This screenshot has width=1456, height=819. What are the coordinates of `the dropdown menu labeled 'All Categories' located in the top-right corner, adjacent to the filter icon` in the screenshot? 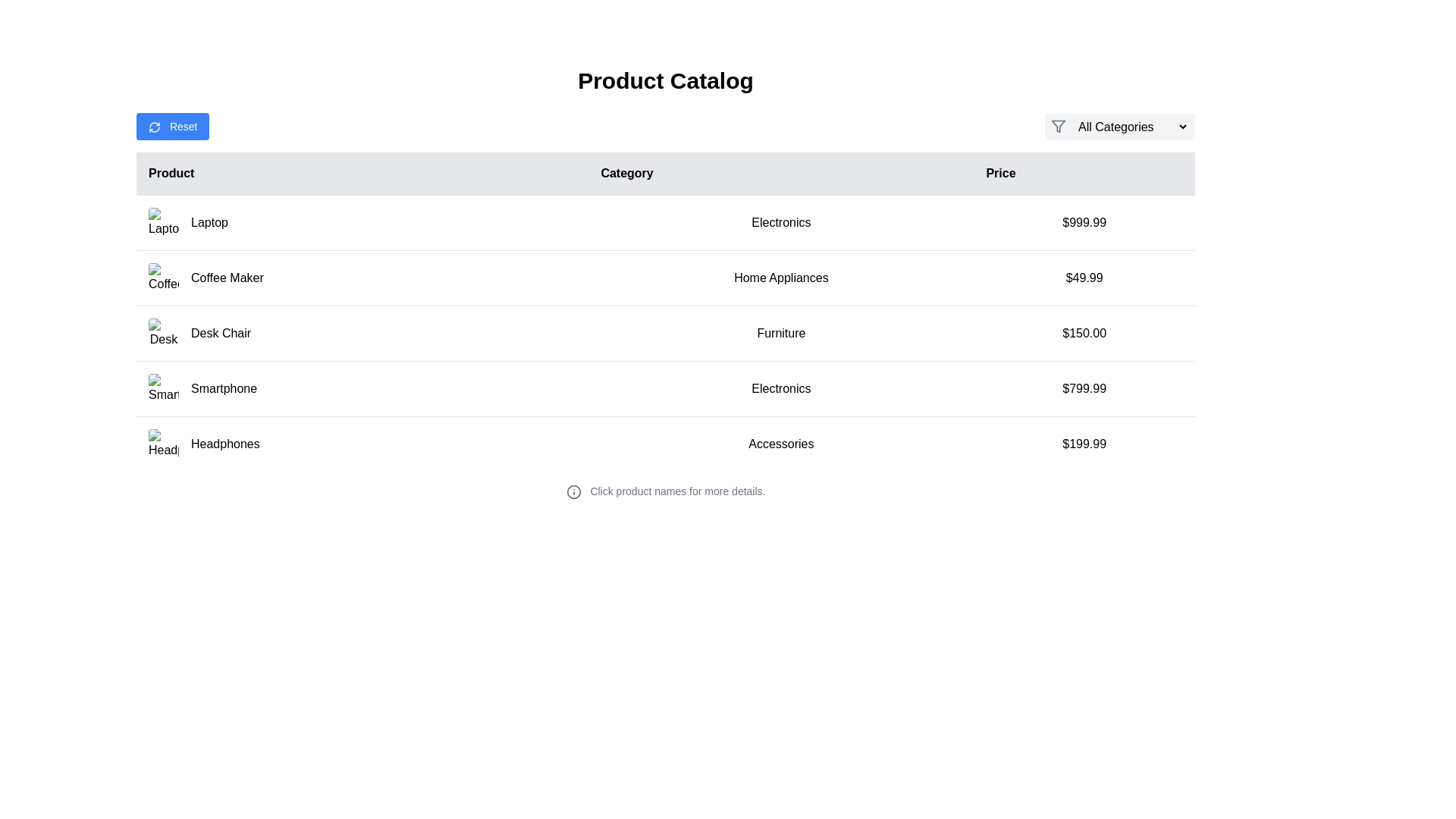 It's located at (1131, 125).